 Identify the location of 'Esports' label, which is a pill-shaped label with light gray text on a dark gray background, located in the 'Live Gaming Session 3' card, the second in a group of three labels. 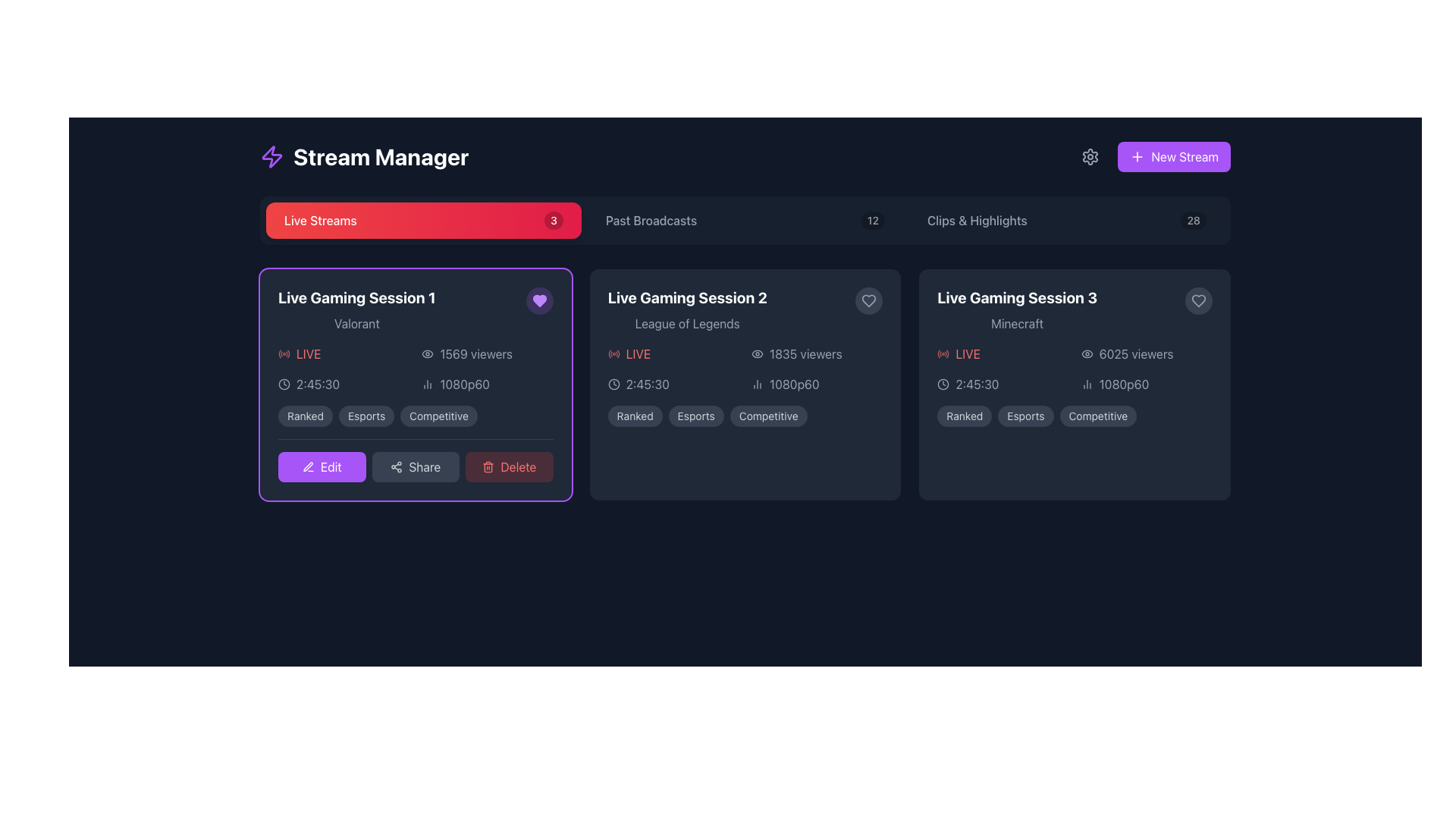
(1025, 416).